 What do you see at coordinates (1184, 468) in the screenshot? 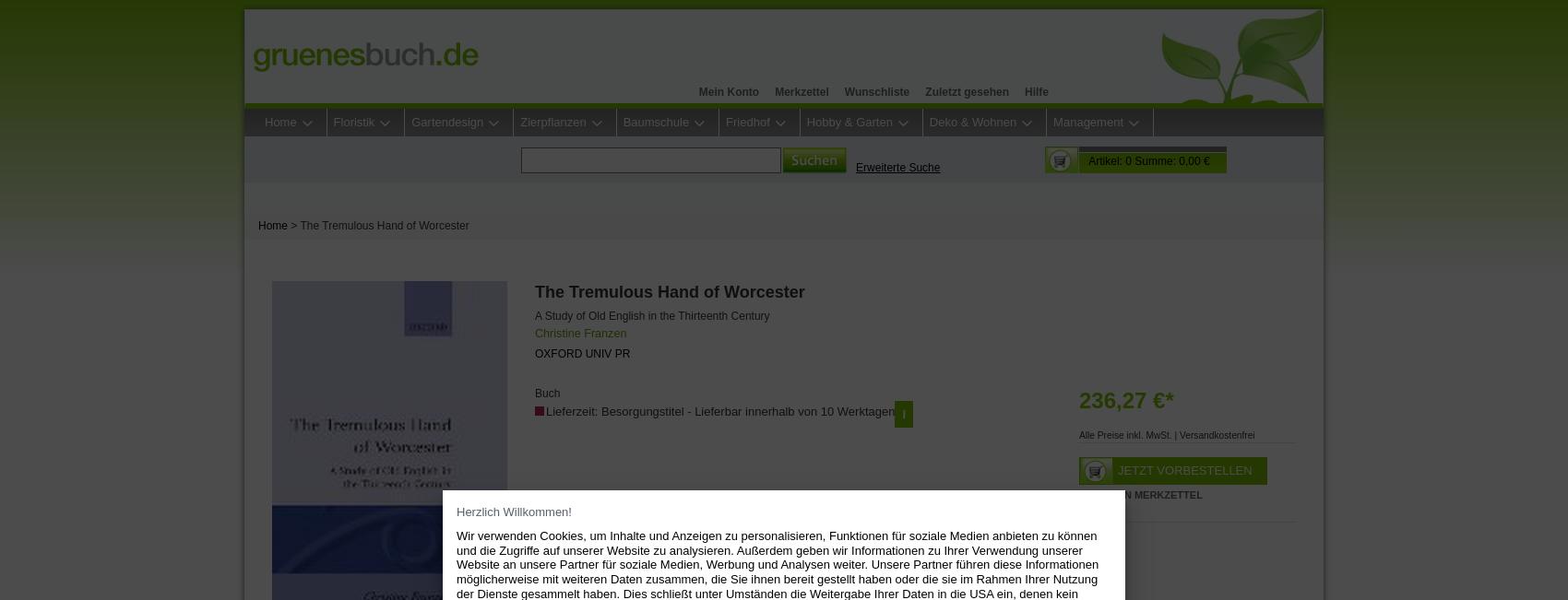
I see `'Jetzt vorbestellen'` at bounding box center [1184, 468].